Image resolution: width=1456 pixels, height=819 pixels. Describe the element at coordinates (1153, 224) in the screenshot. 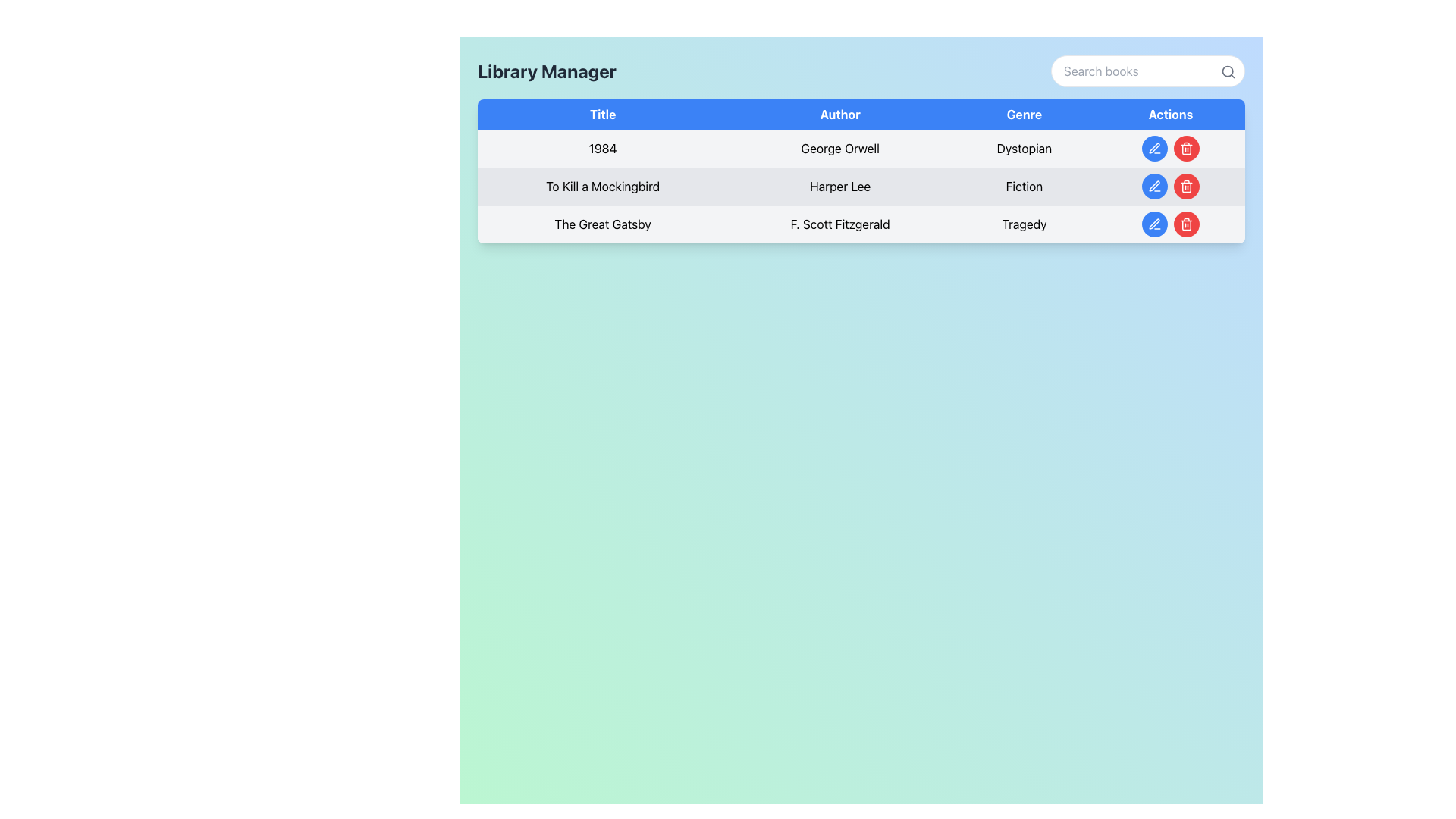

I see `the circular blue button with a white pen icon in its center, located in the 'Actions' column of the last row corresponding to 'The Great Gatsby'` at that location.